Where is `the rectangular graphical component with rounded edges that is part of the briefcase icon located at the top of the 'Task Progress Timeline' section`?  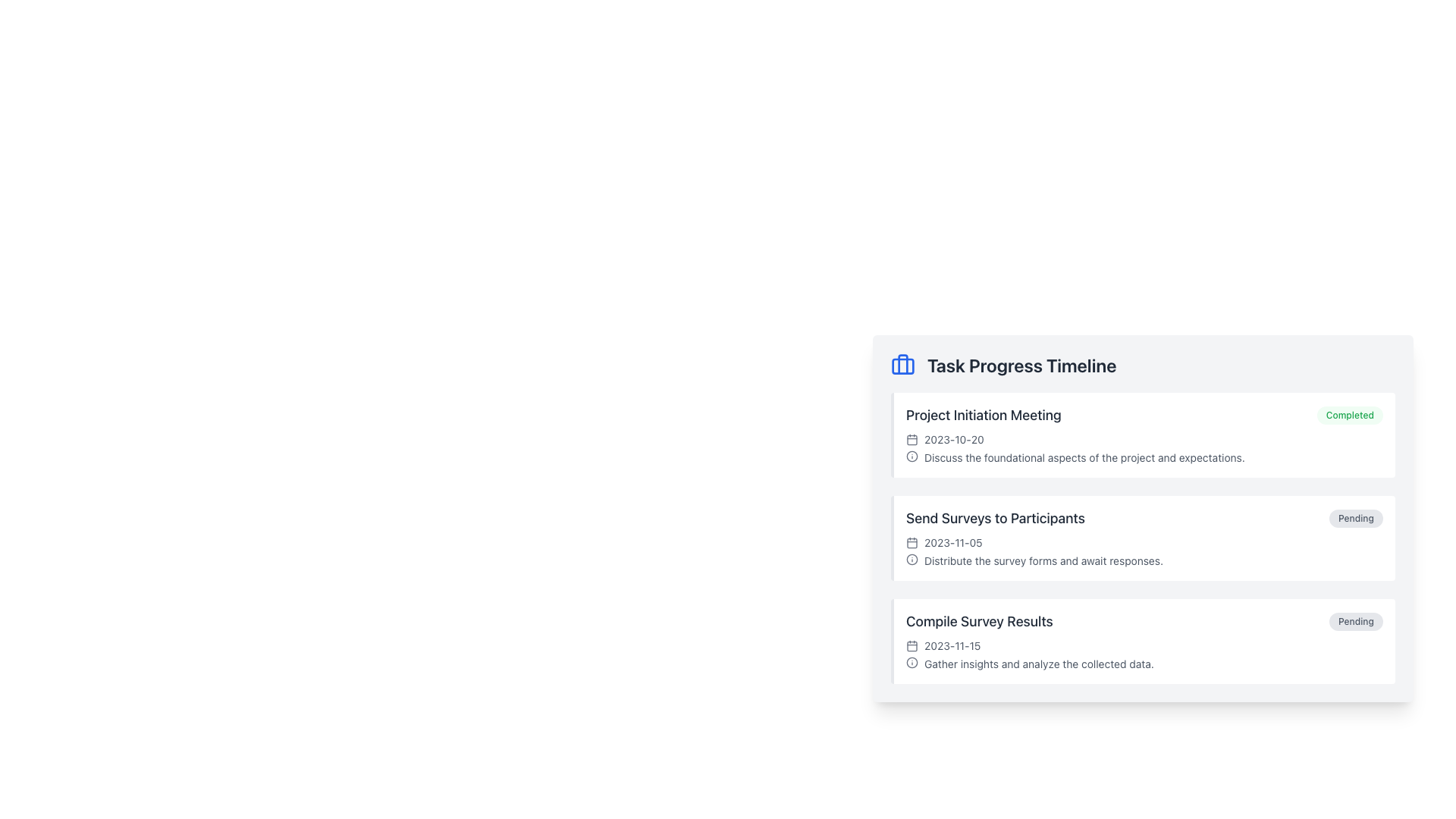
the rectangular graphical component with rounded edges that is part of the briefcase icon located at the top of the 'Task Progress Timeline' section is located at coordinates (902, 366).